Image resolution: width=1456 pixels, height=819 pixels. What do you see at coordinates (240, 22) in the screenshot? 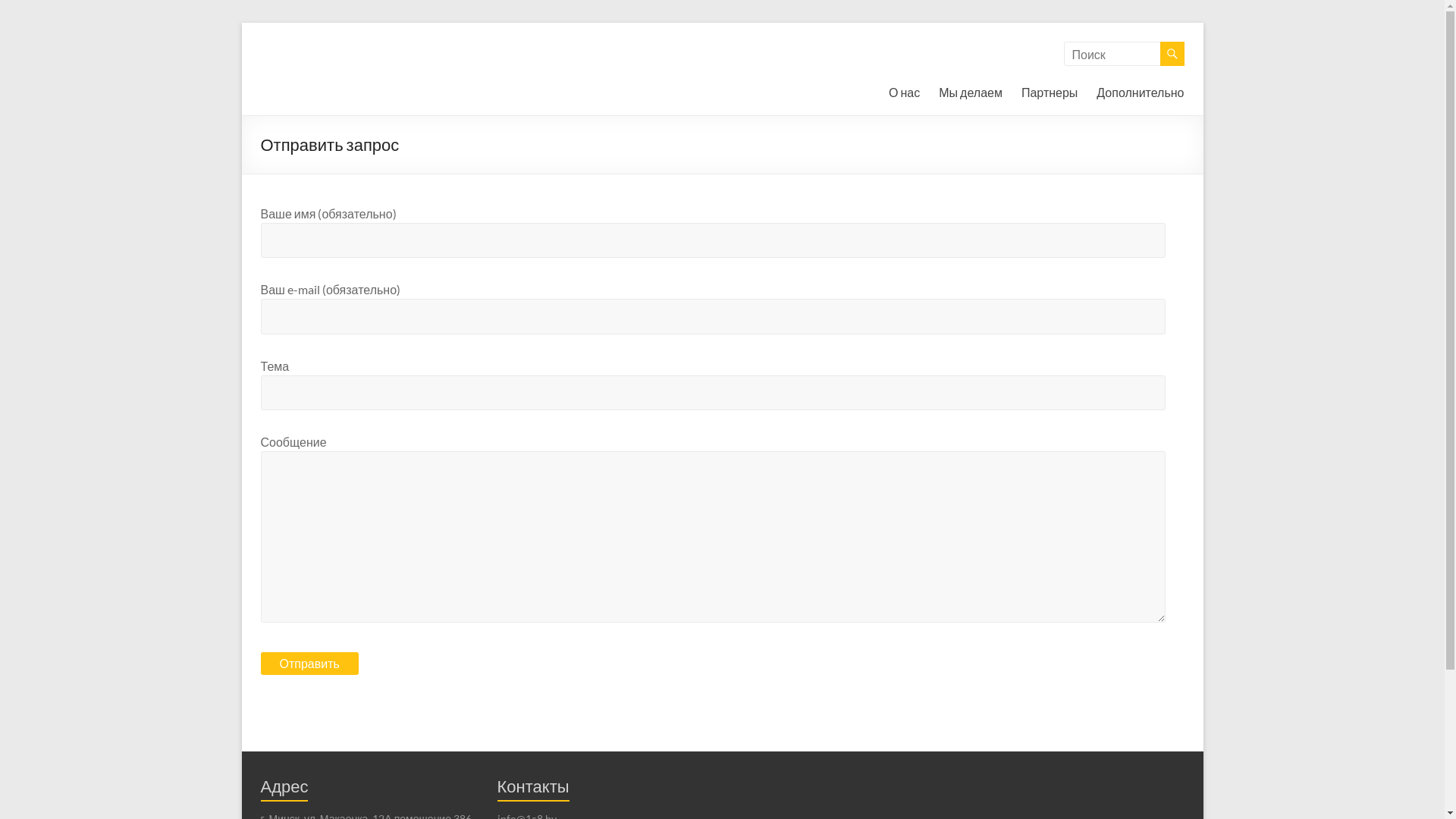
I see `'Skip to content'` at bounding box center [240, 22].